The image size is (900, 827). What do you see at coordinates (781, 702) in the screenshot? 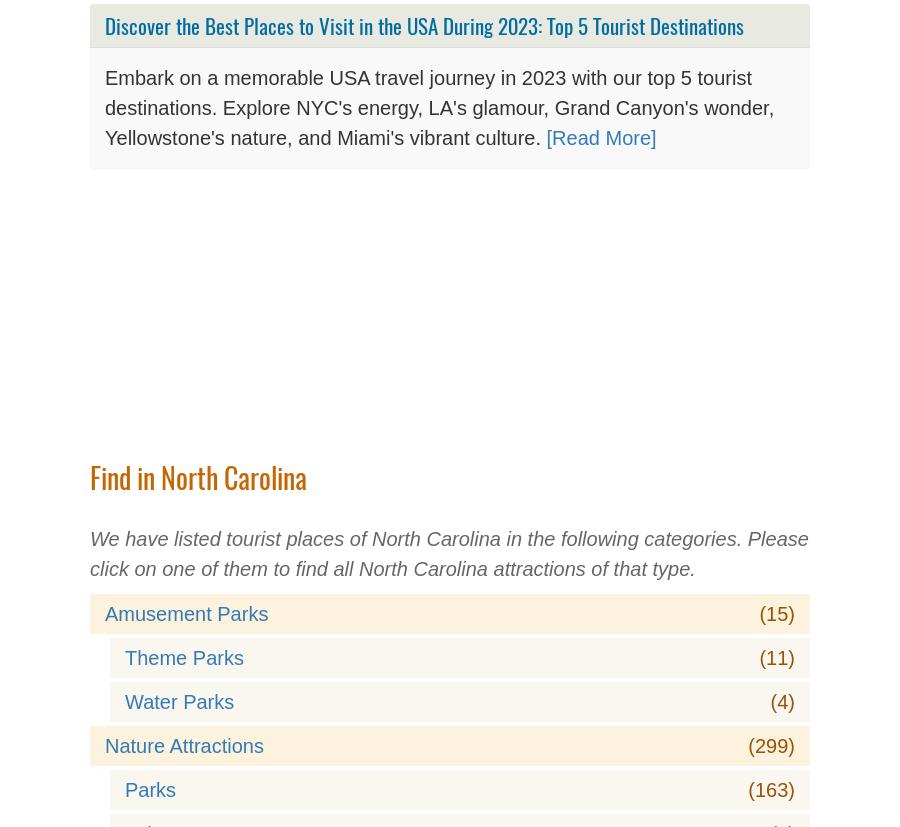
I see `'(4)'` at bounding box center [781, 702].